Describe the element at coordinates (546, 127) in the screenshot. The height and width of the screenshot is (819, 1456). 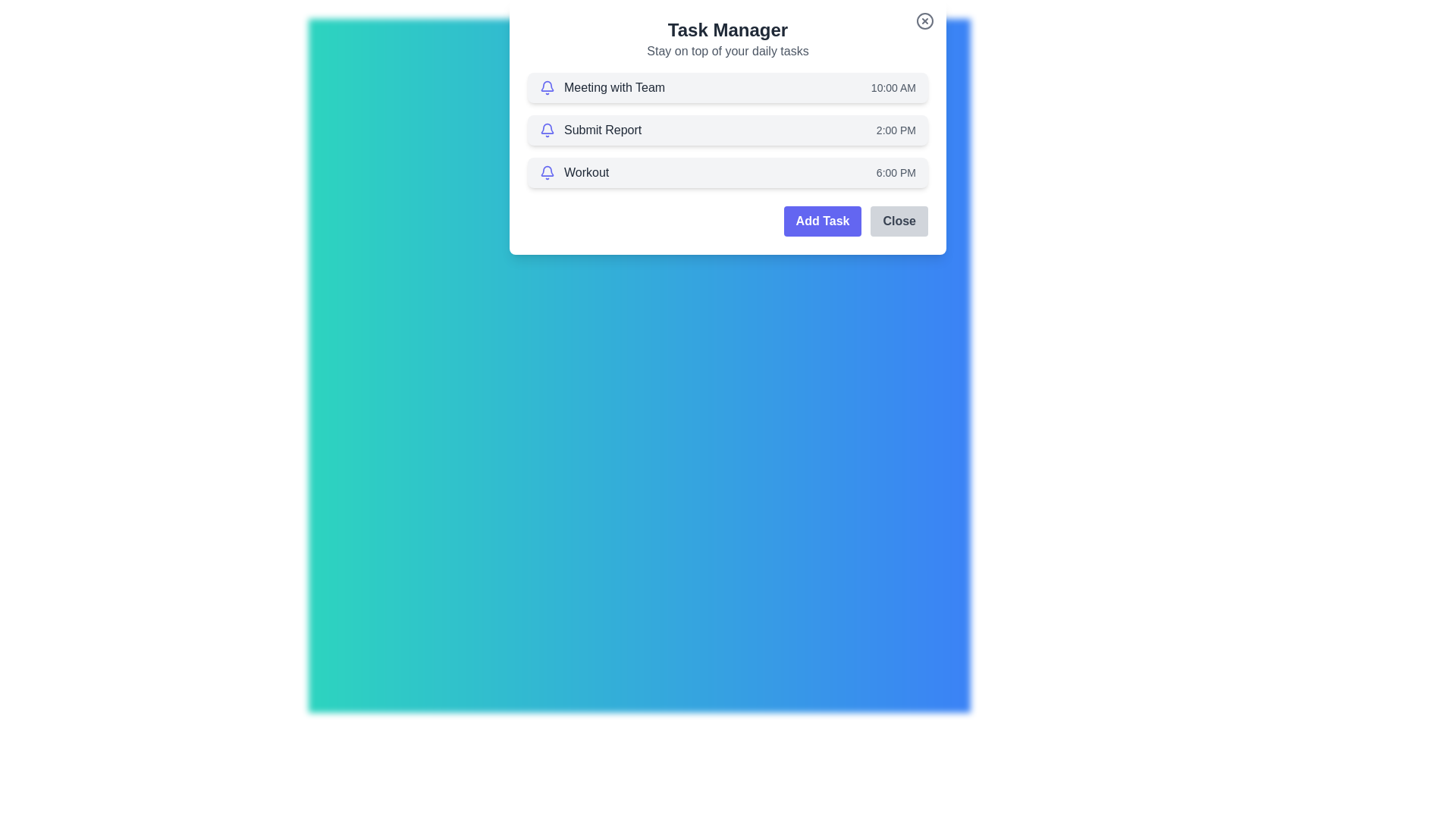
I see `the middle curve of the blue-stroked SVG bell icon associated with the 'Submit Report' item, which is located centrally within the icon's structure` at that location.